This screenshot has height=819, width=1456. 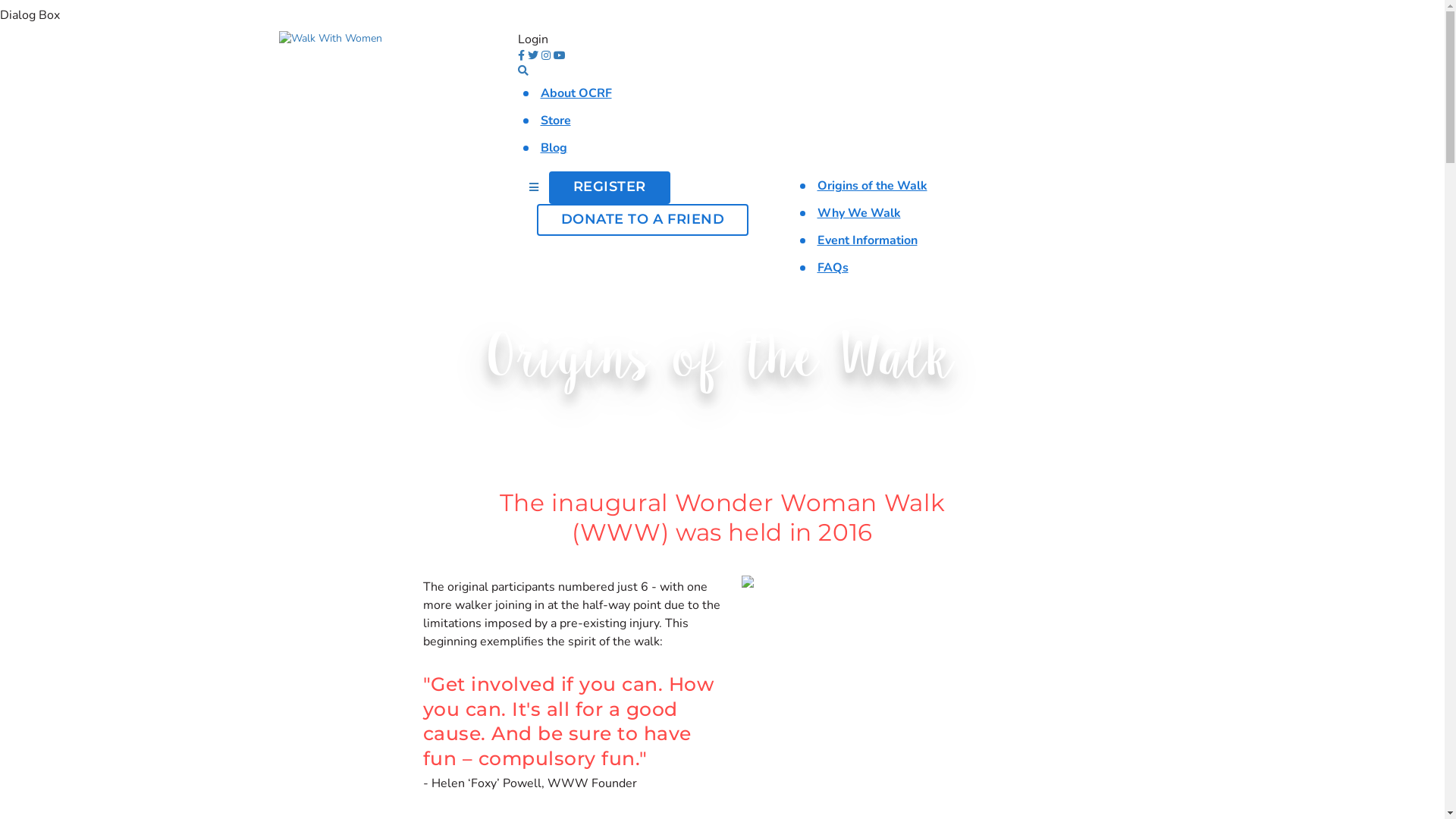 What do you see at coordinates (867, 239) in the screenshot?
I see `'Event Information'` at bounding box center [867, 239].